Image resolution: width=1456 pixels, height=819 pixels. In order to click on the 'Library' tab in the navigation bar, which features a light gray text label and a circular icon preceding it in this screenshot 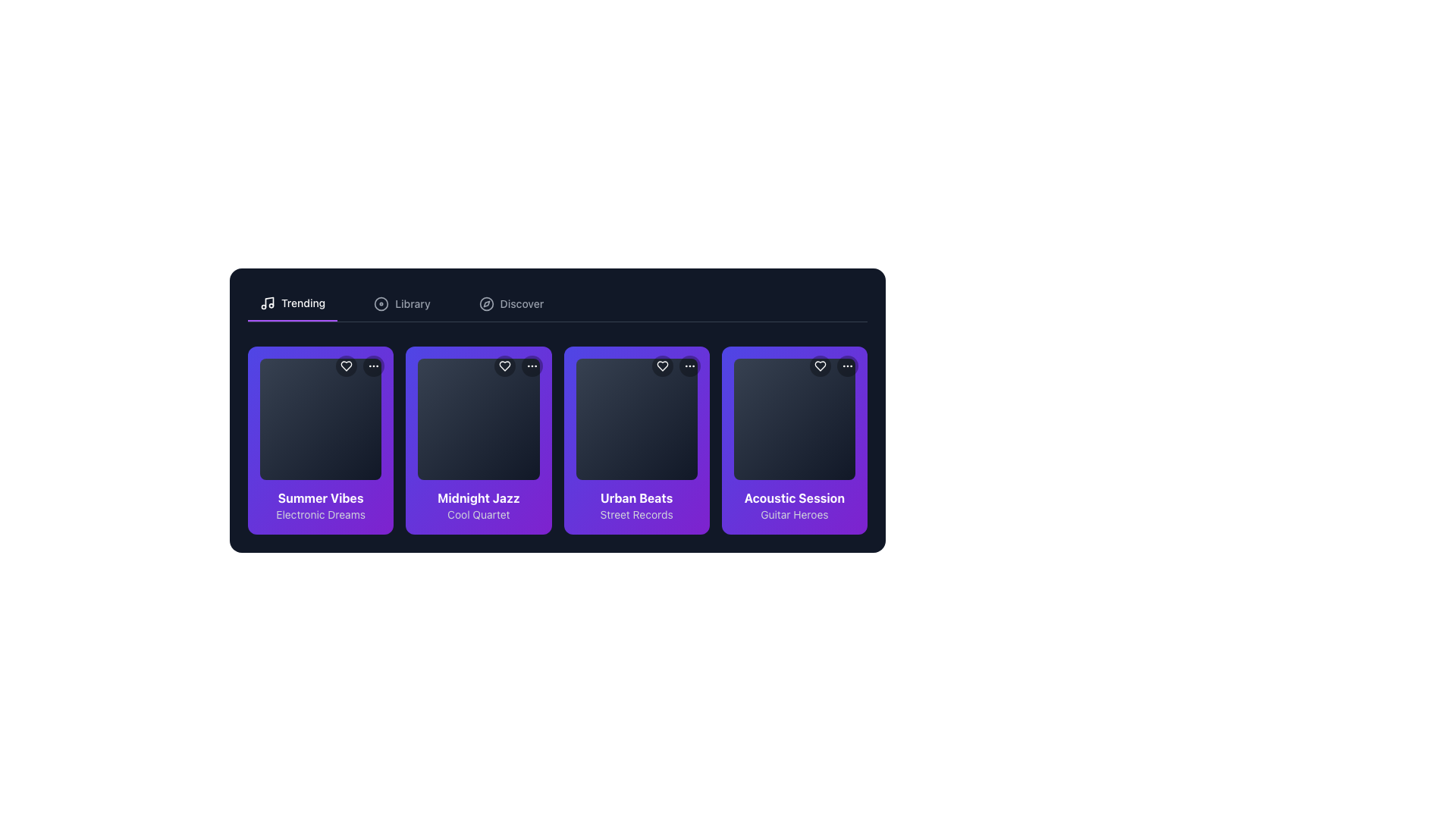, I will do `click(402, 304)`.